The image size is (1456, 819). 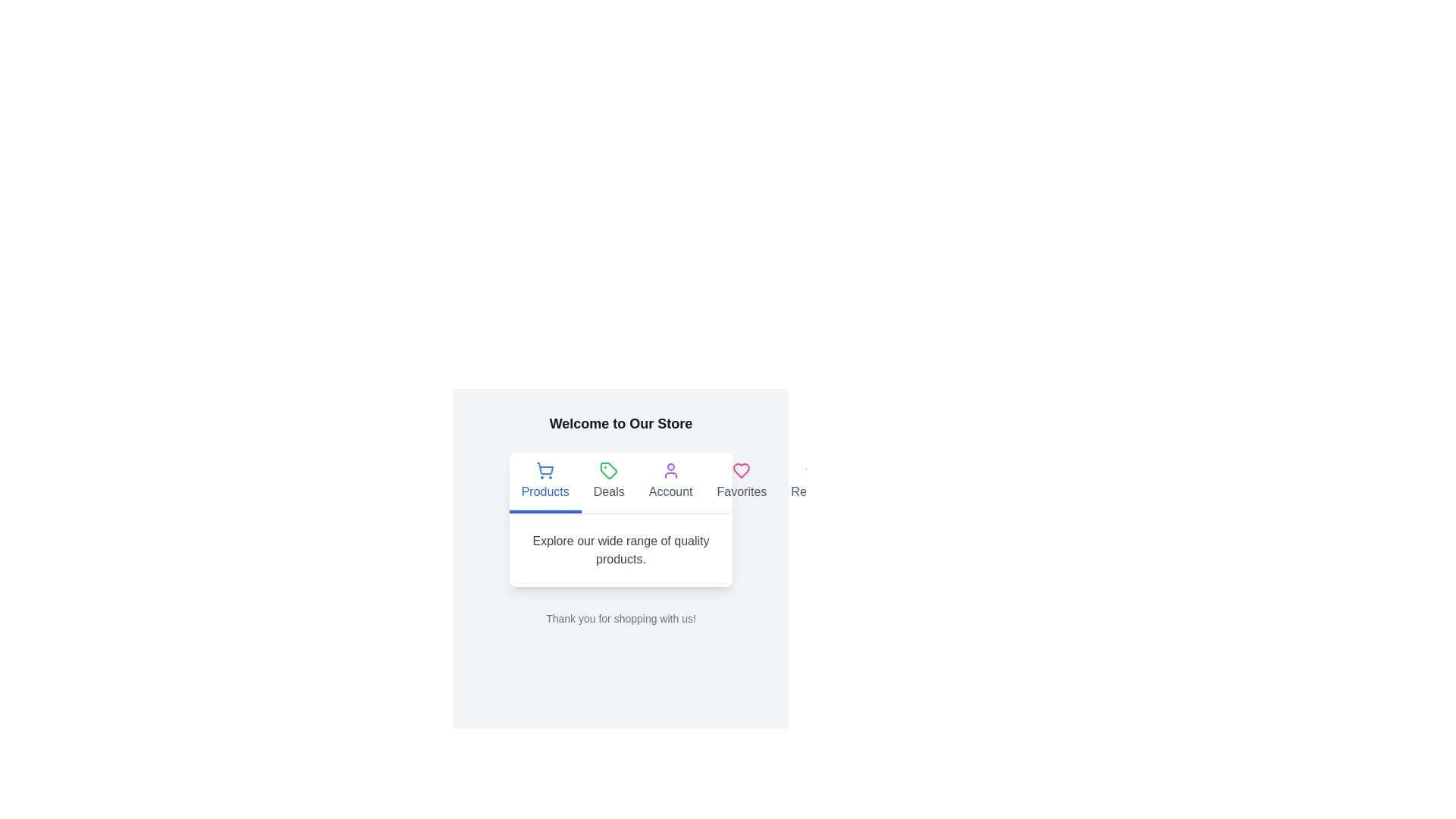 What do you see at coordinates (670, 470) in the screenshot?
I see `the 'Account' icon in the navigation menu` at bounding box center [670, 470].